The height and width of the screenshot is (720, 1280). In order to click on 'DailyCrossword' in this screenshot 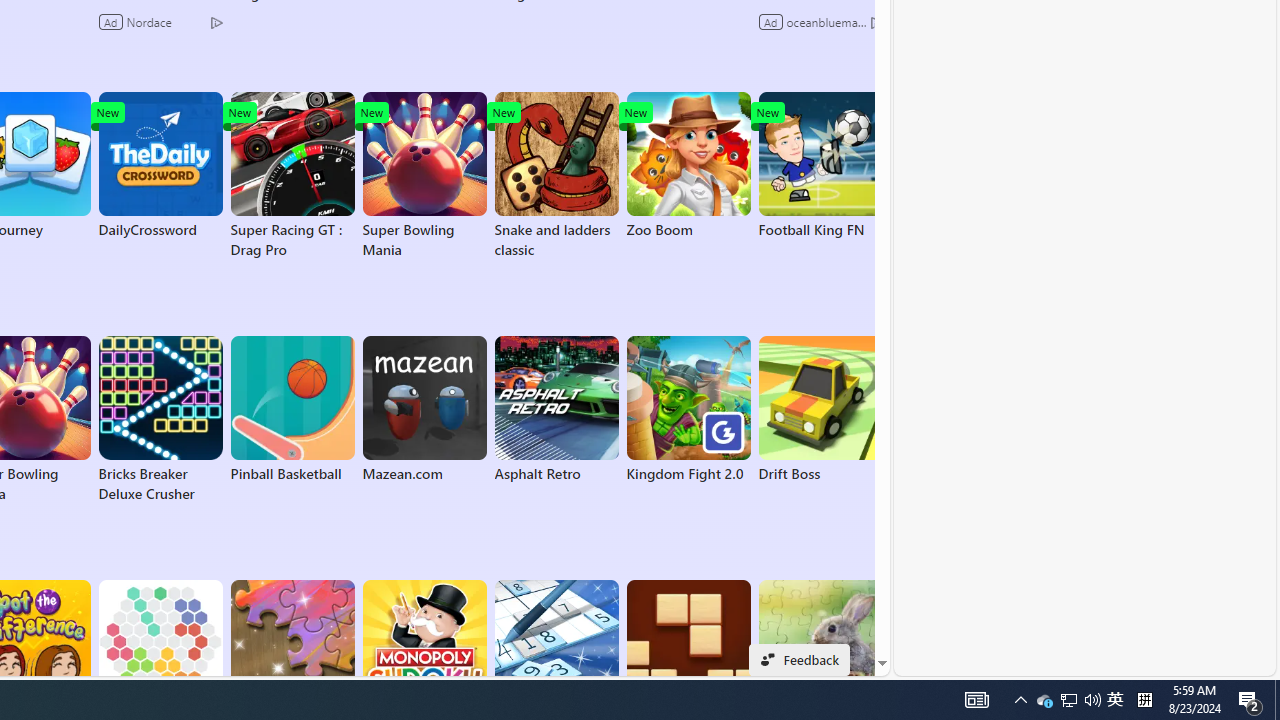, I will do `click(160, 164)`.